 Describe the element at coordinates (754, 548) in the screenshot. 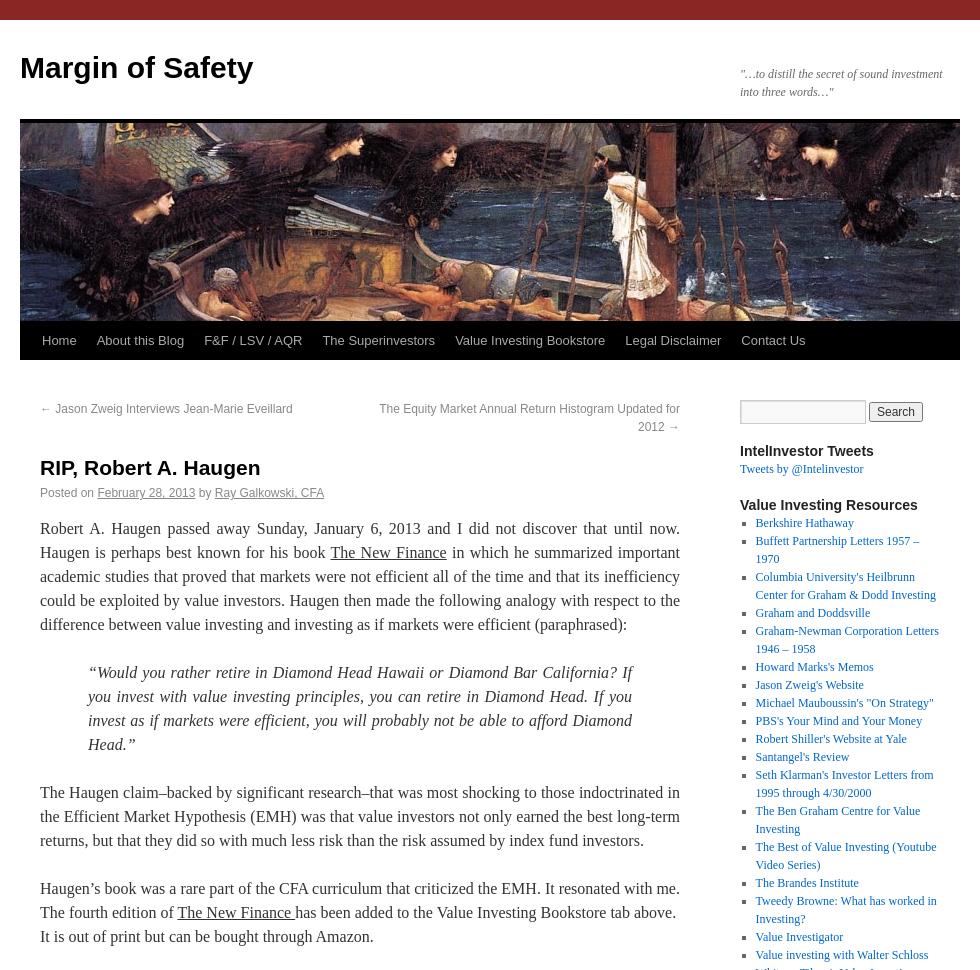

I see `'Buffett Partnership Letters 1957 – 1970'` at that location.